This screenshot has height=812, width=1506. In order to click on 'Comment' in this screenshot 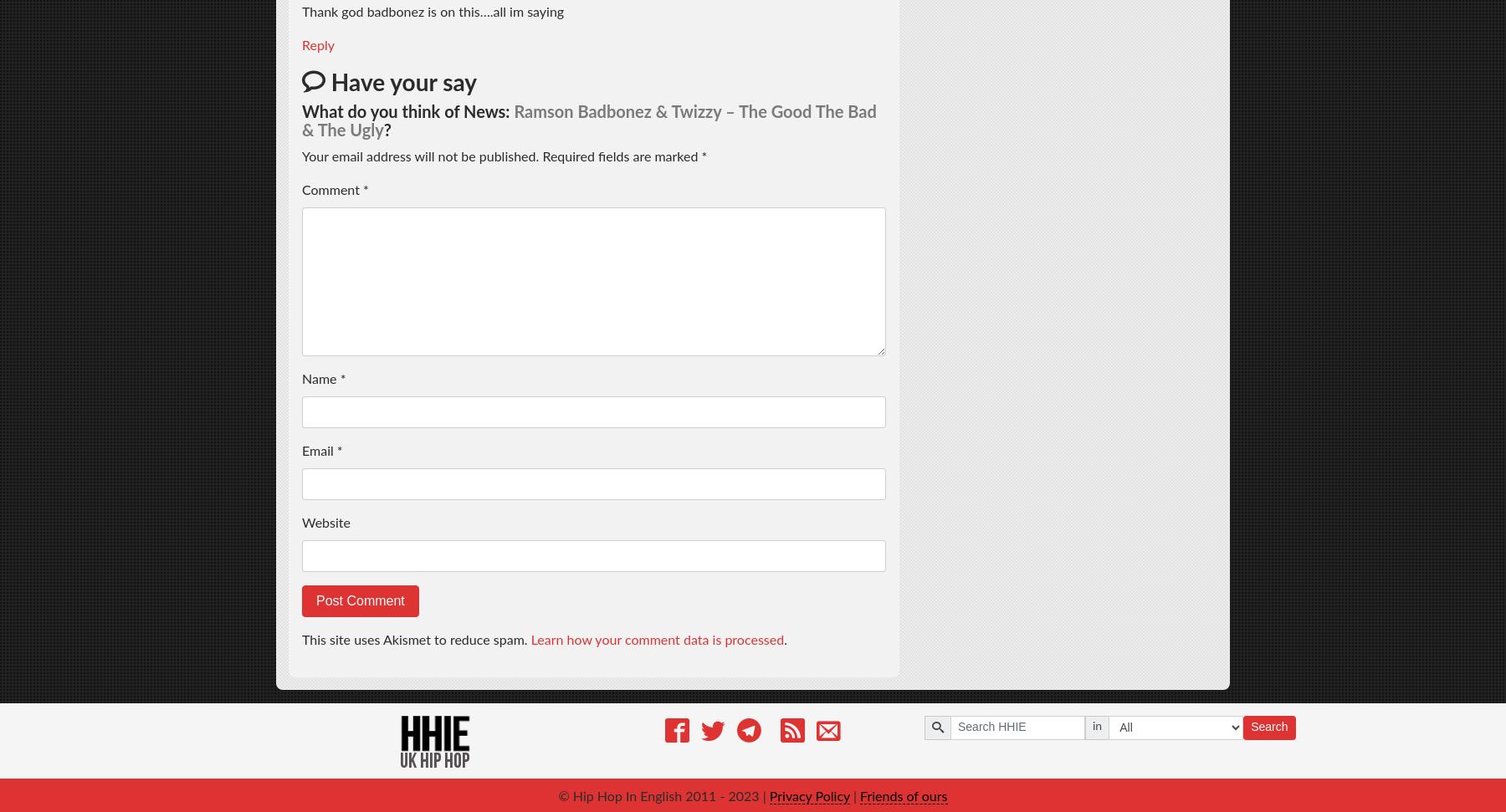, I will do `click(302, 190)`.